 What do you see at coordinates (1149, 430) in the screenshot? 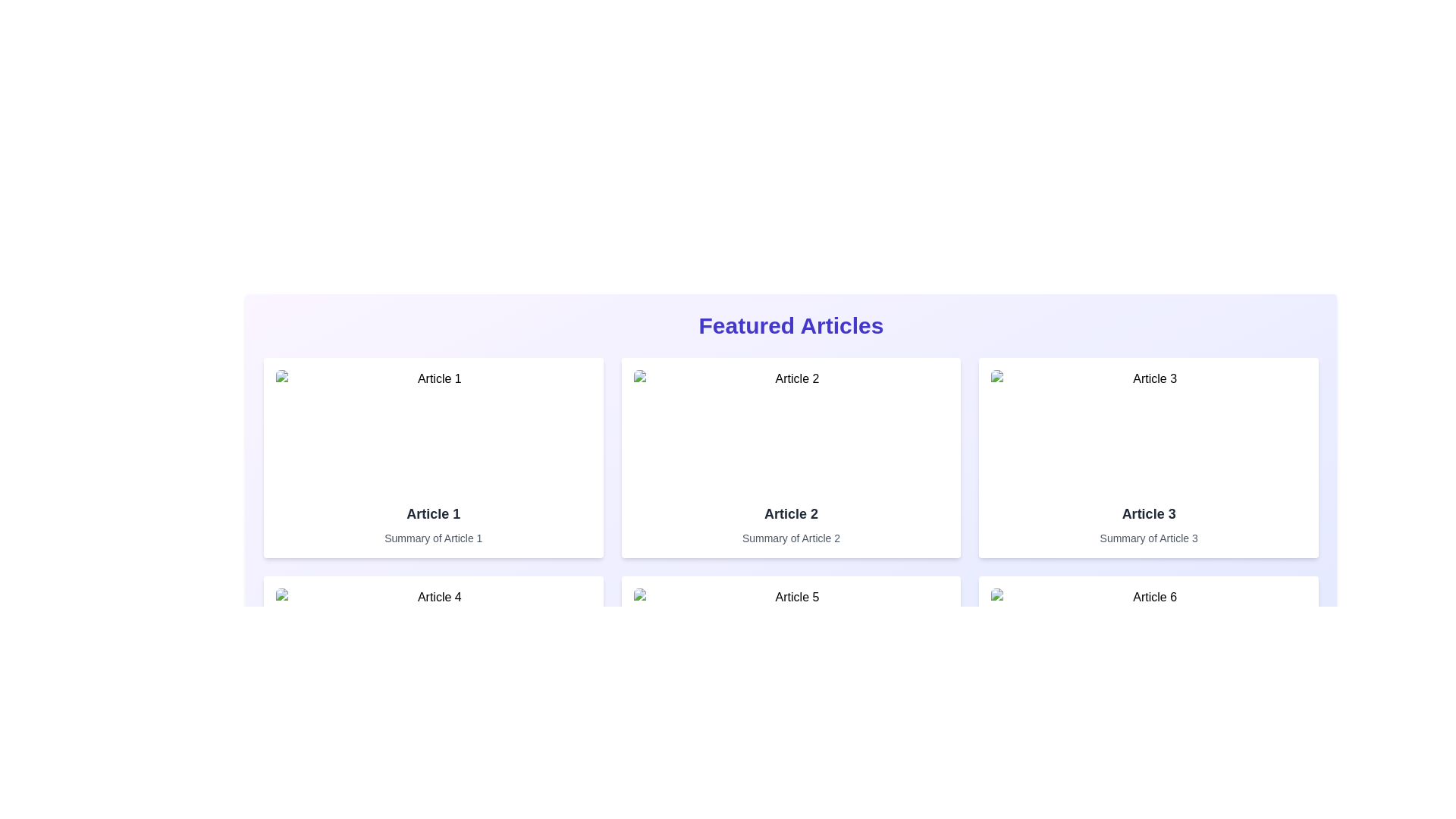
I see `the image representing the article titled 'Article 3', located at the top of the card in the 'Featured Articles' panel` at bounding box center [1149, 430].